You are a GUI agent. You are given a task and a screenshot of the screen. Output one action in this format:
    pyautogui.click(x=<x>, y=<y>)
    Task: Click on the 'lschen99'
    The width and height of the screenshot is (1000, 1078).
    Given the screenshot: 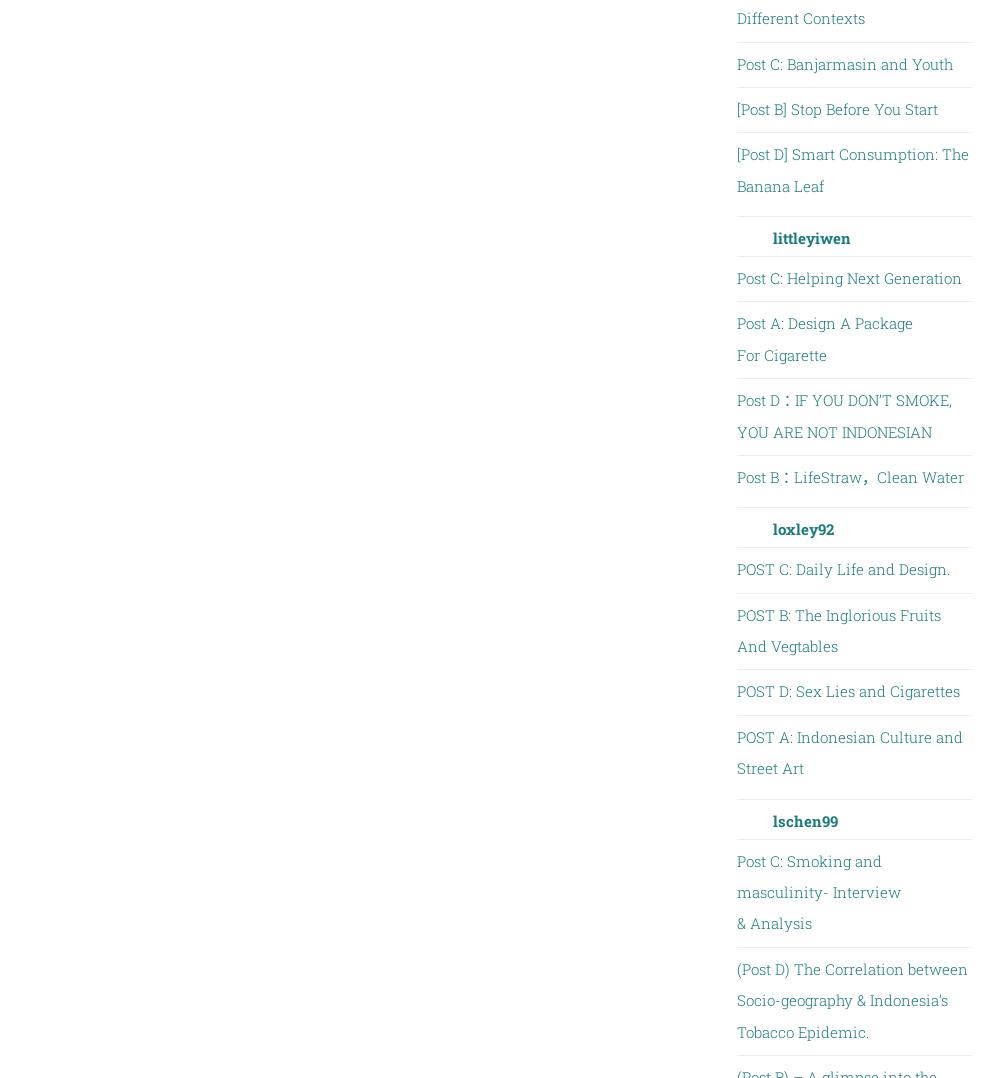 What is the action you would take?
    pyautogui.click(x=804, y=820)
    